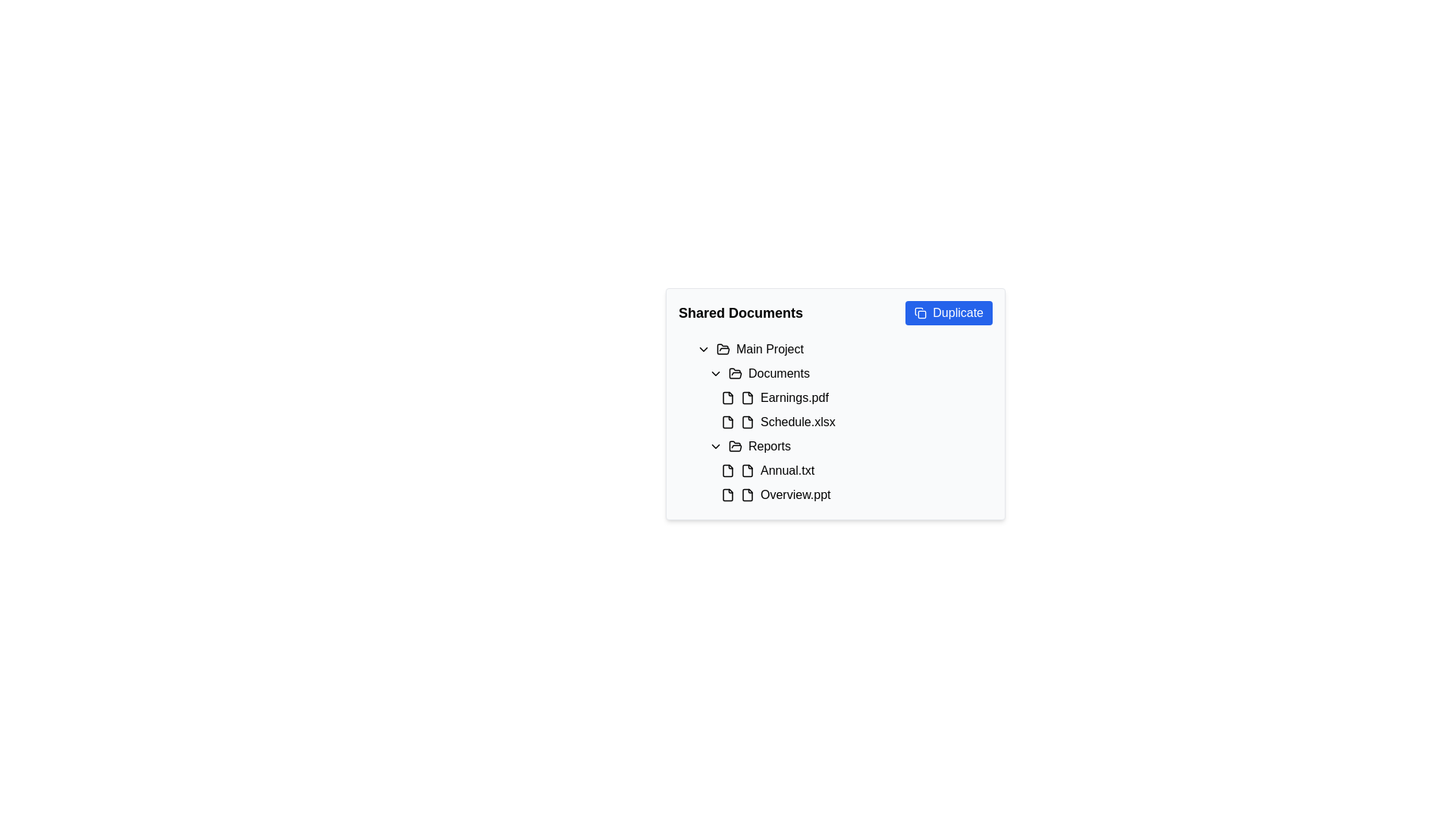 The image size is (1456, 819). I want to click on the downward-pointing chevron icon located next to the 'Main Project' text, so click(702, 350).